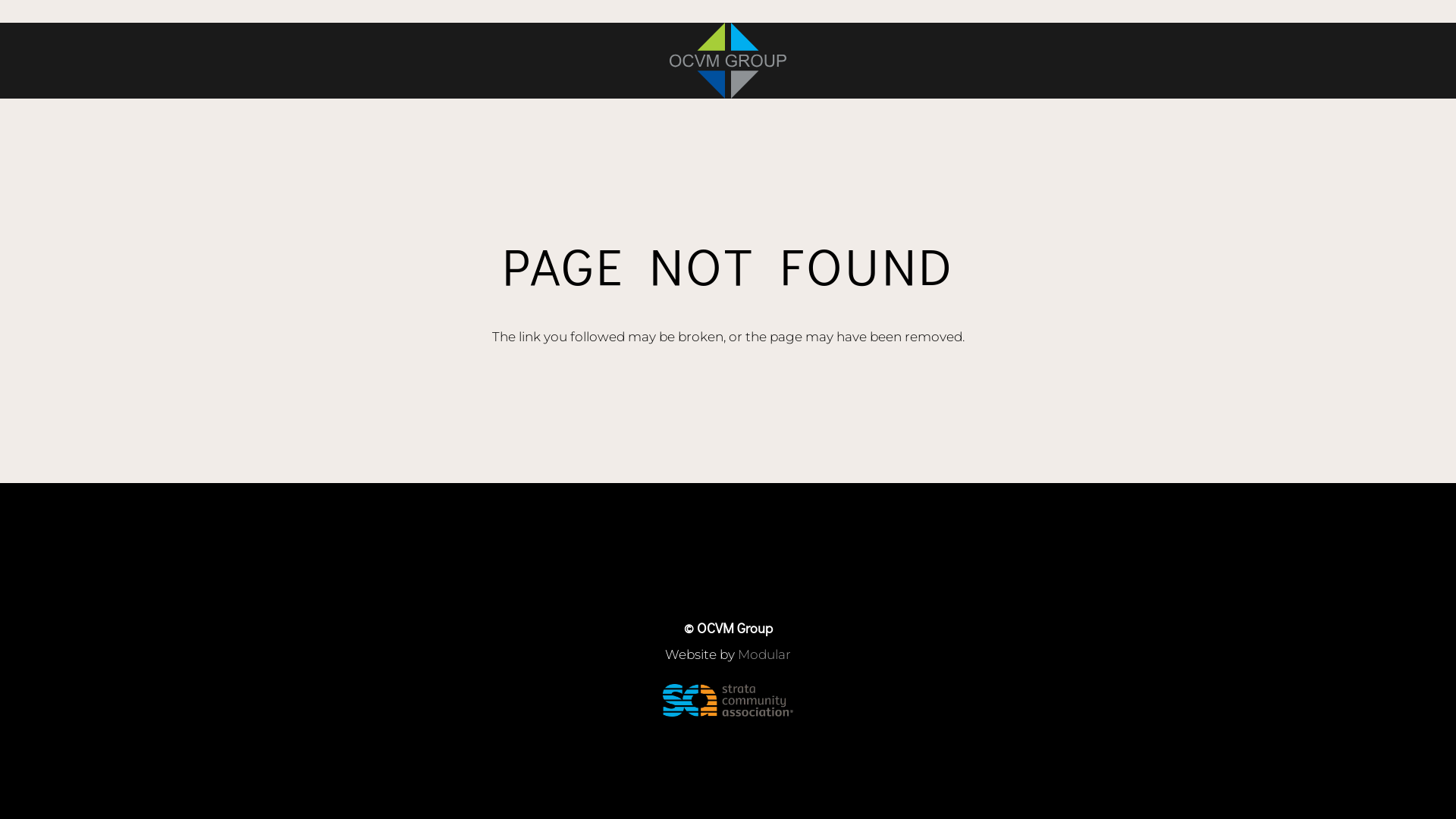 The image size is (1456, 819). What do you see at coordinates (764, 654) in the screenshot?
I see `'Modular'` at bounding box center [764, 654].